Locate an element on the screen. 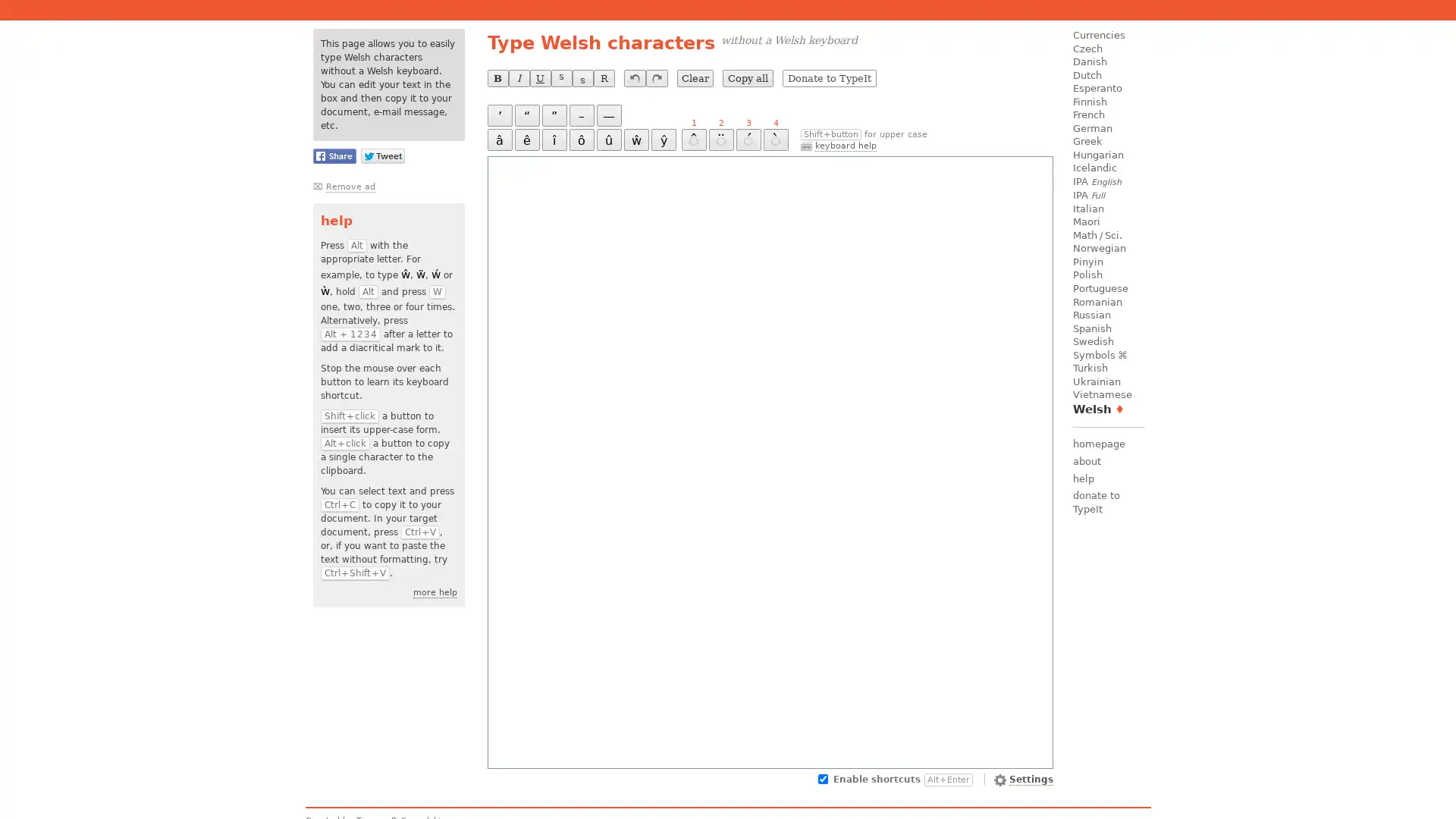 The width and height of the screenshot is (1456, 819). S is located at coordinates (560, 78).